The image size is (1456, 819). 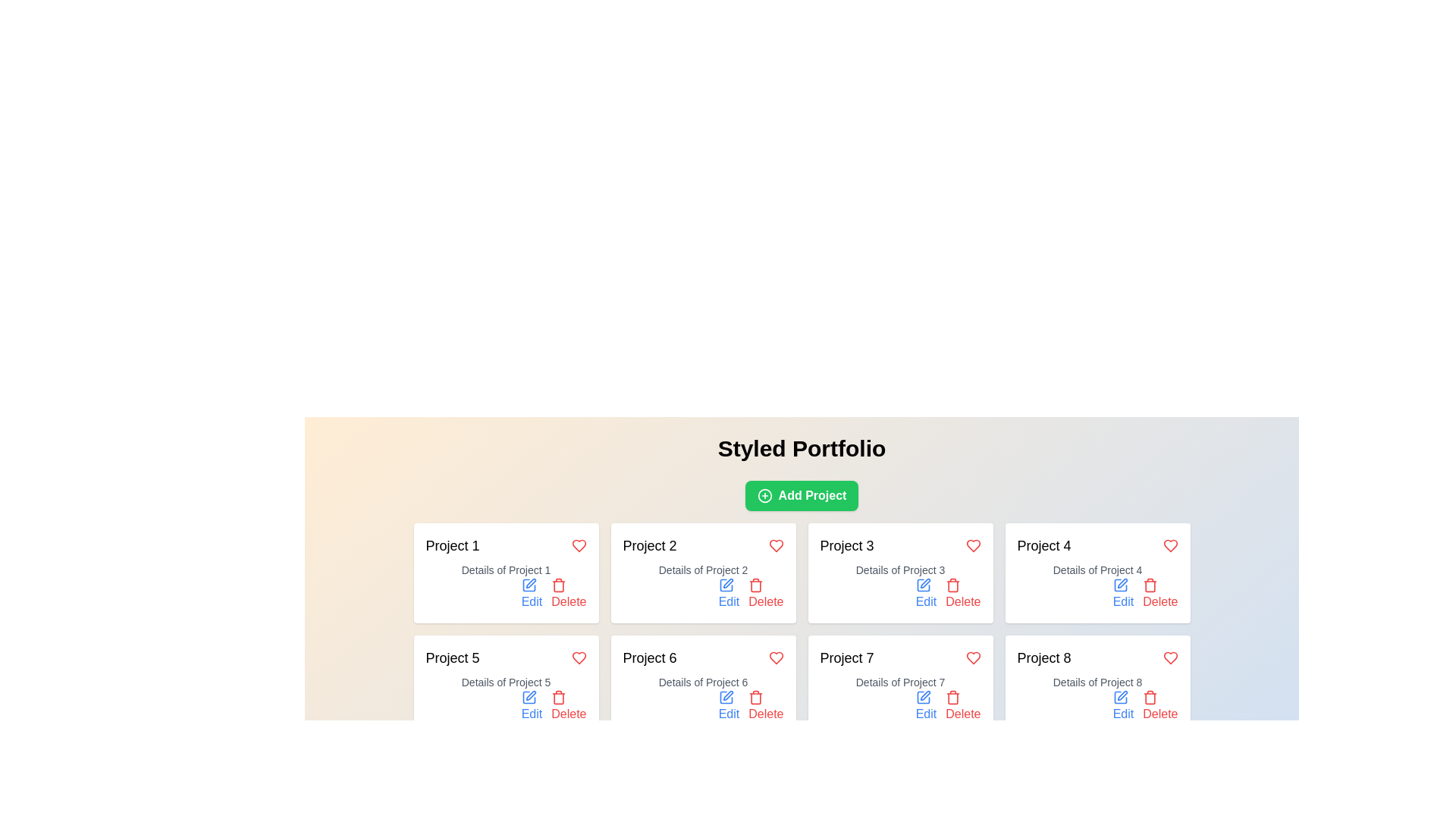 I want to click on the edit button (icon-based) located in the bottom-right corner of the 'Project 7' box, so click(x=922, y=698).